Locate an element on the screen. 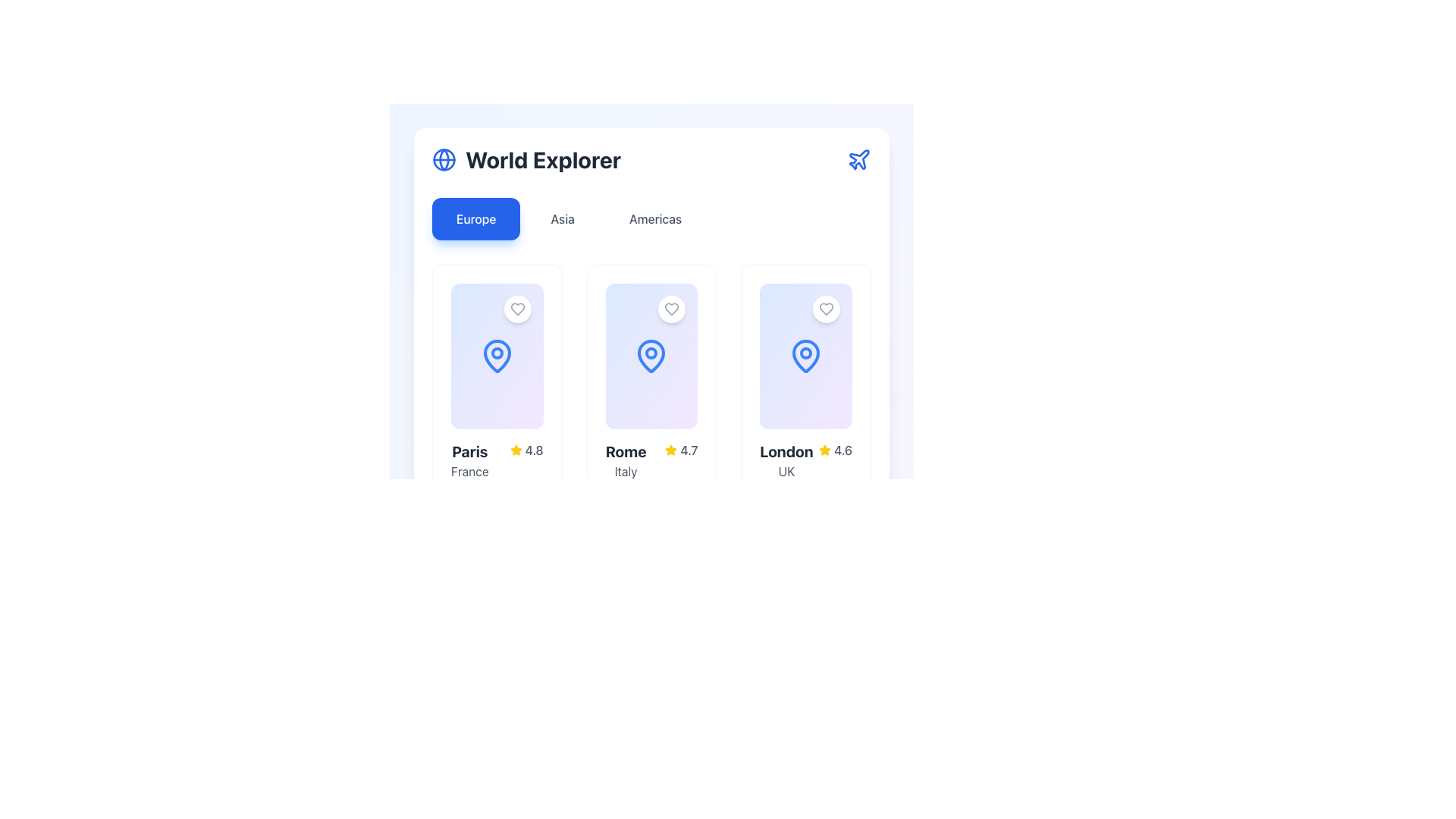  the Text Display indicating the rating value of 4.8 for the item 'Paris', which is located to the right of the star symbol in the Europe tab is located at coordinates (534, 450).